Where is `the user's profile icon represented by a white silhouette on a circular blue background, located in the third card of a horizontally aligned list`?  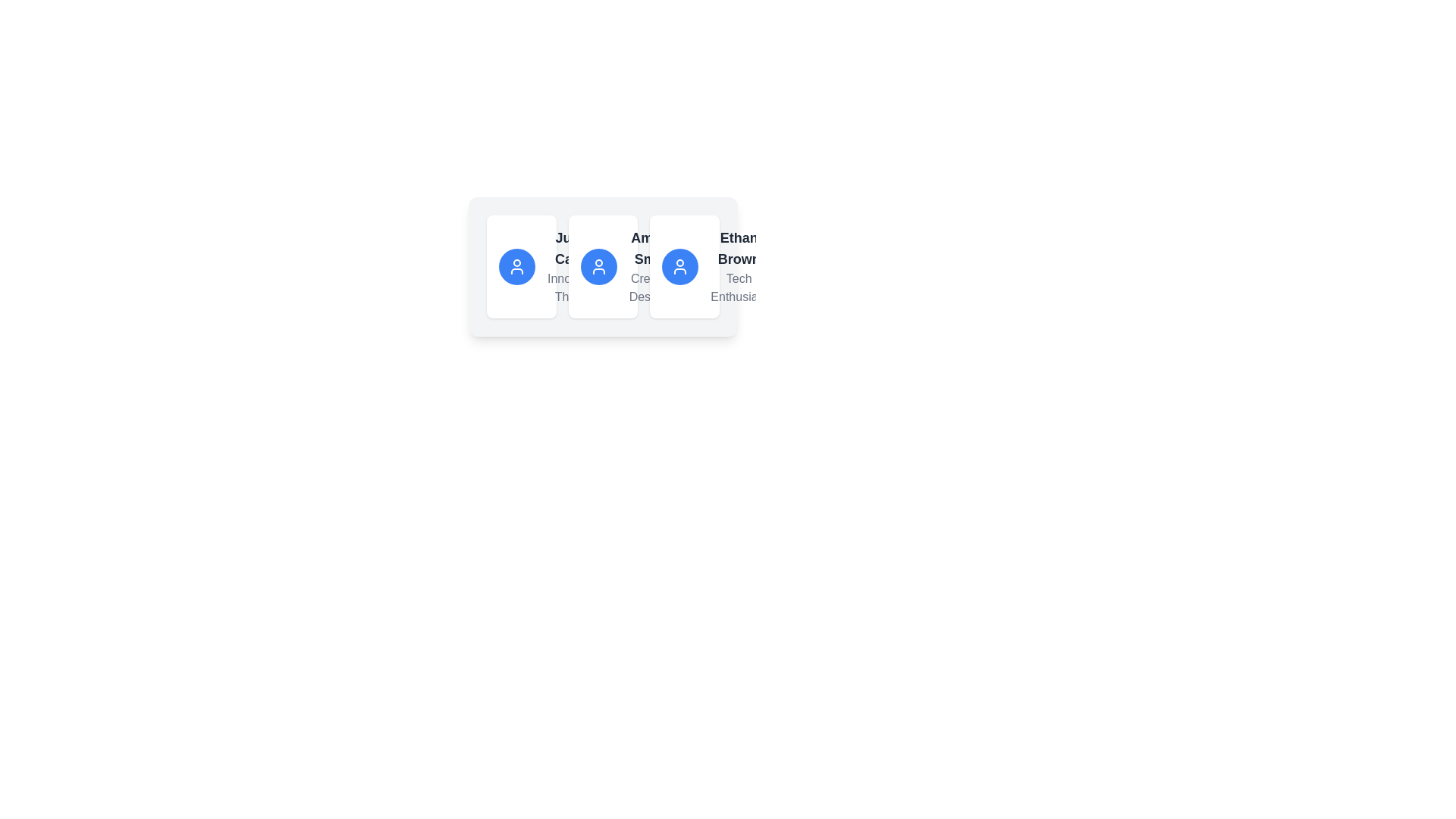
the user's profile icon represented by a white silhouette on a circular blue background, located in the third card of a horizontally aligned list is located at coordinates (679, 265).